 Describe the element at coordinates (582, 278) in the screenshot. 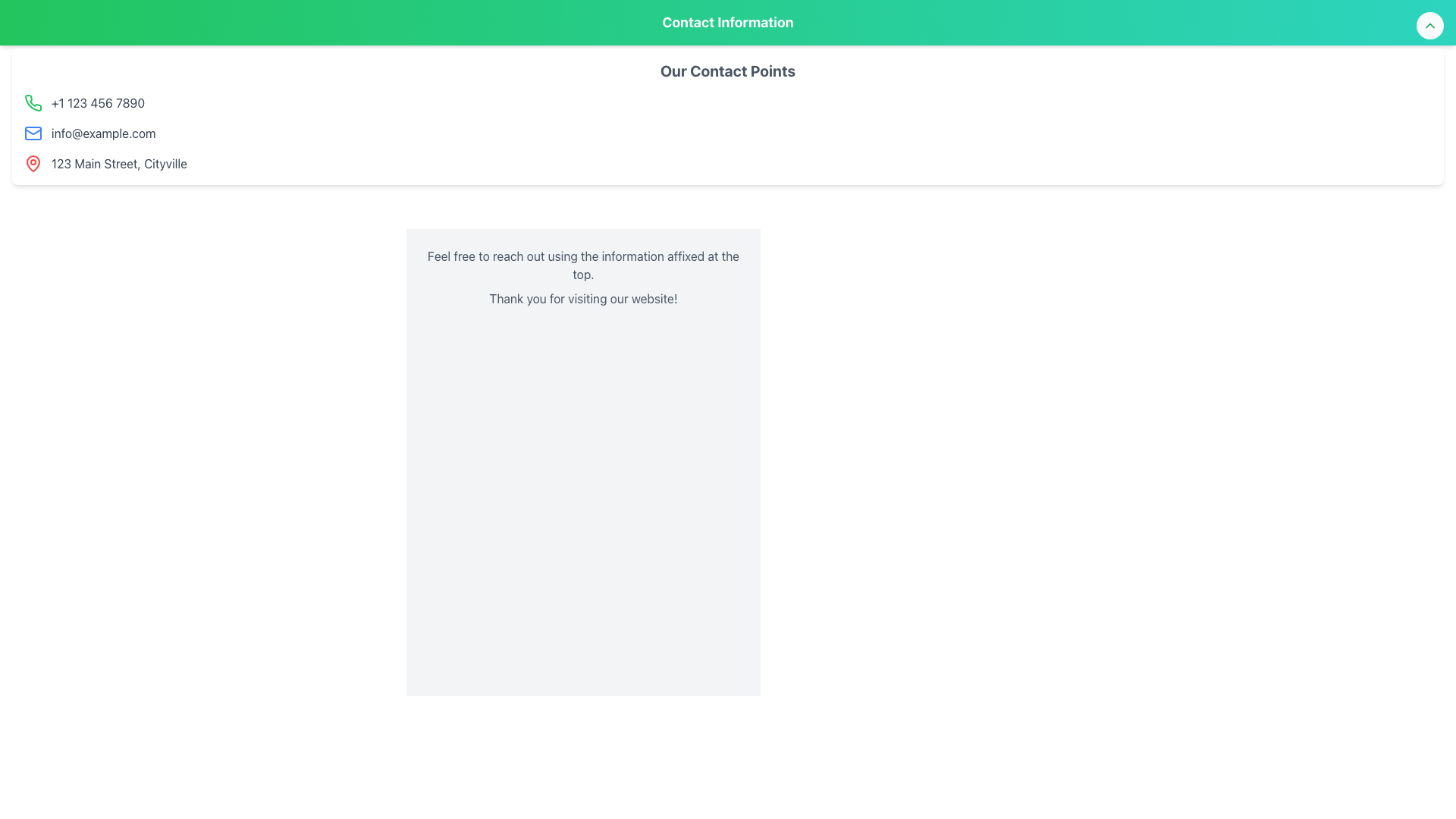

I see `the informational text block located below the 'Our Contact Points' section, which provides a friendly message and additional contact instructions` at that location.